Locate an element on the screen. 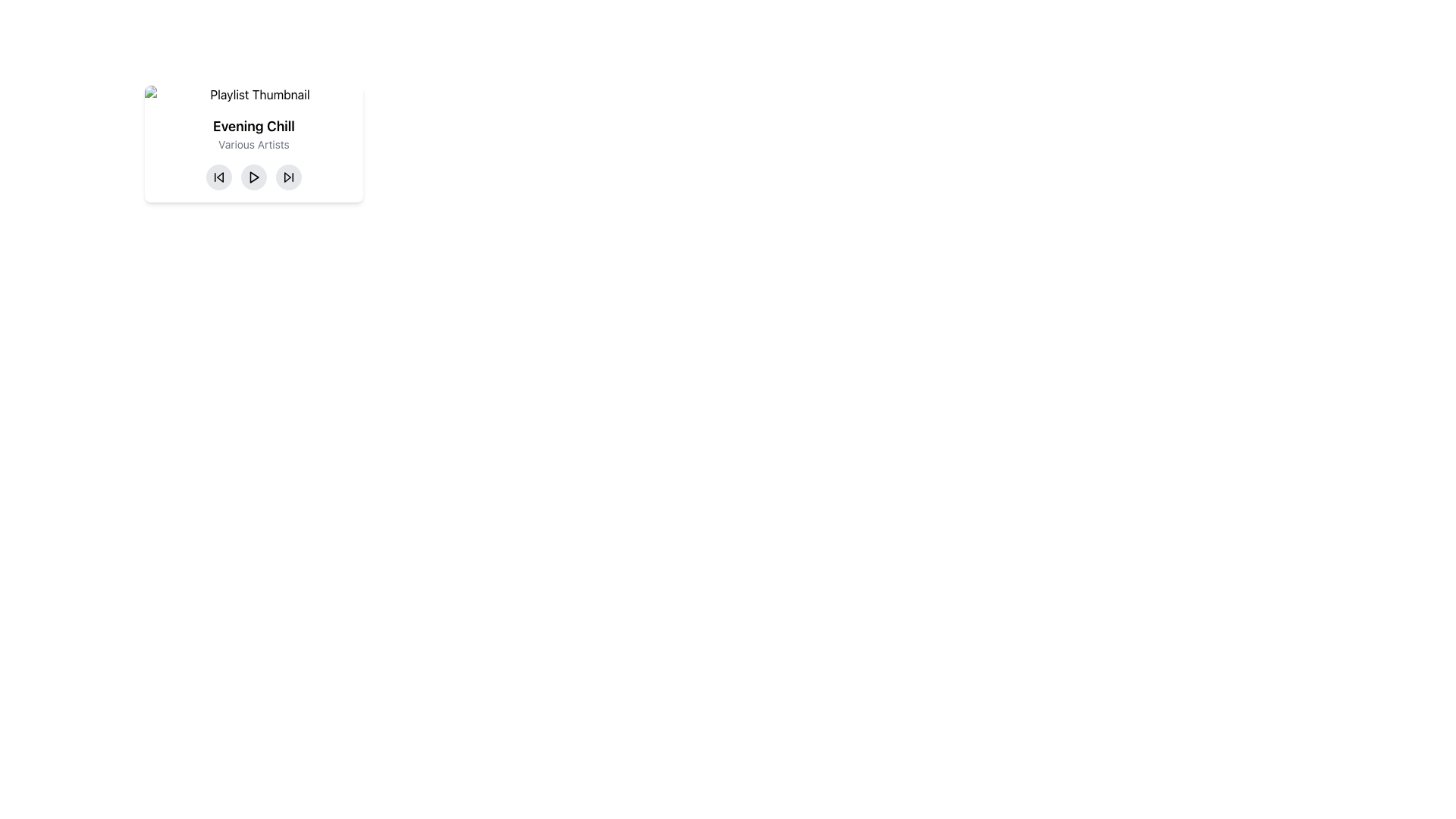  the rewind button, which is the leftmost circular button in a set of three at the bottom of a media player card is located at coordinates (218, 177).